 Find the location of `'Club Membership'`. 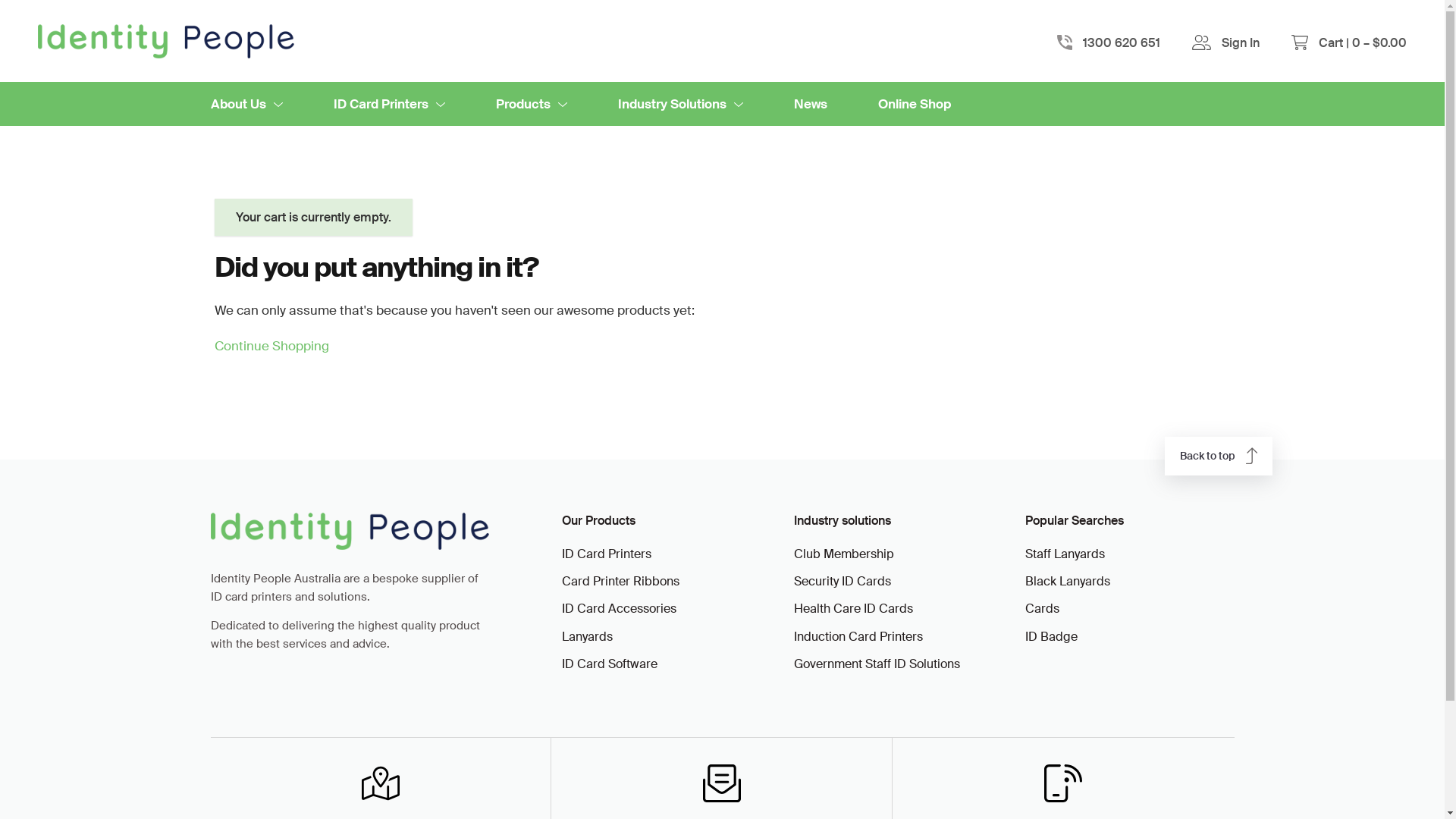

'Club Membership' is located at coordinates (895, 554).